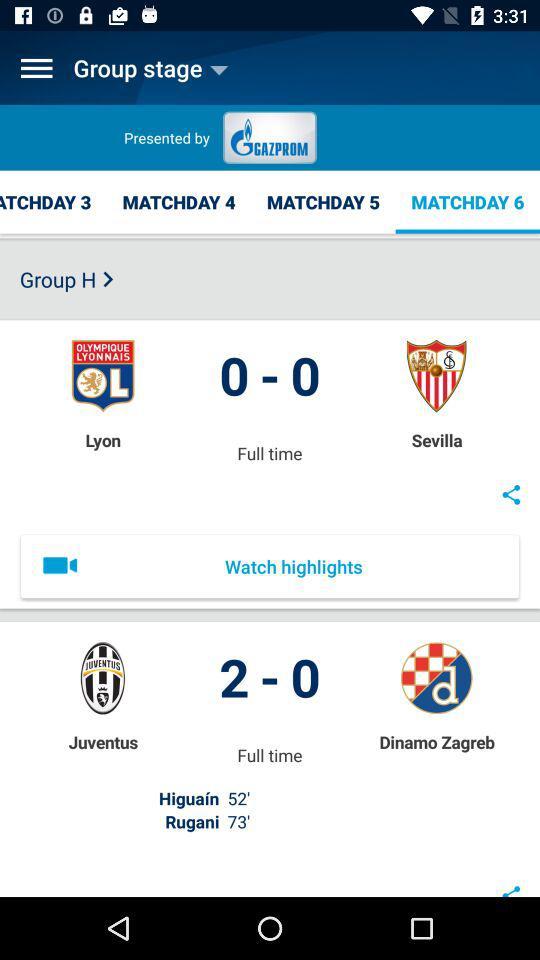  I want to click on item next to the group stage icon, so click(36, 68).